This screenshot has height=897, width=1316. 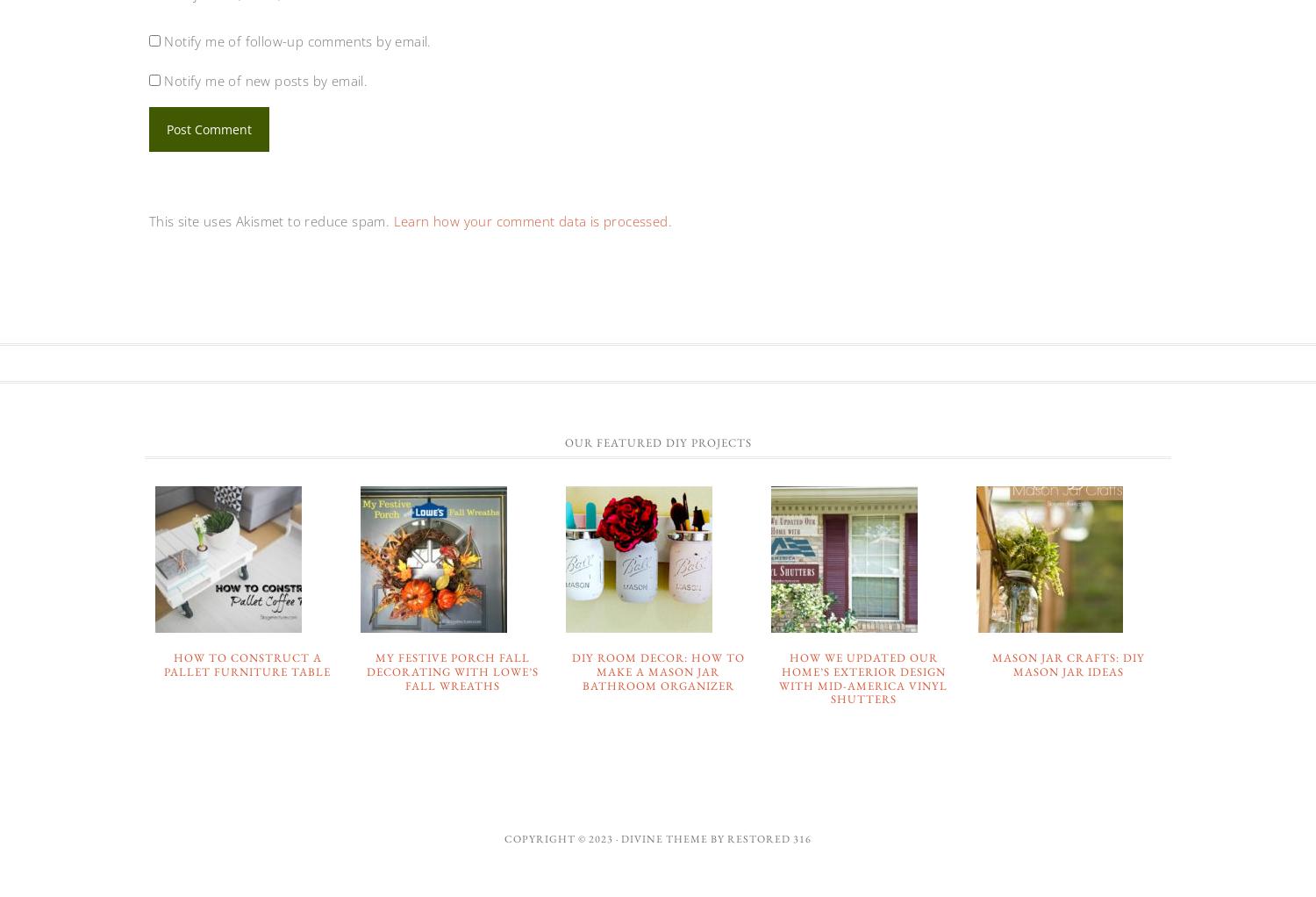 I want to click on 'Copyright © 2023 ·', so click(x=562, y=836).